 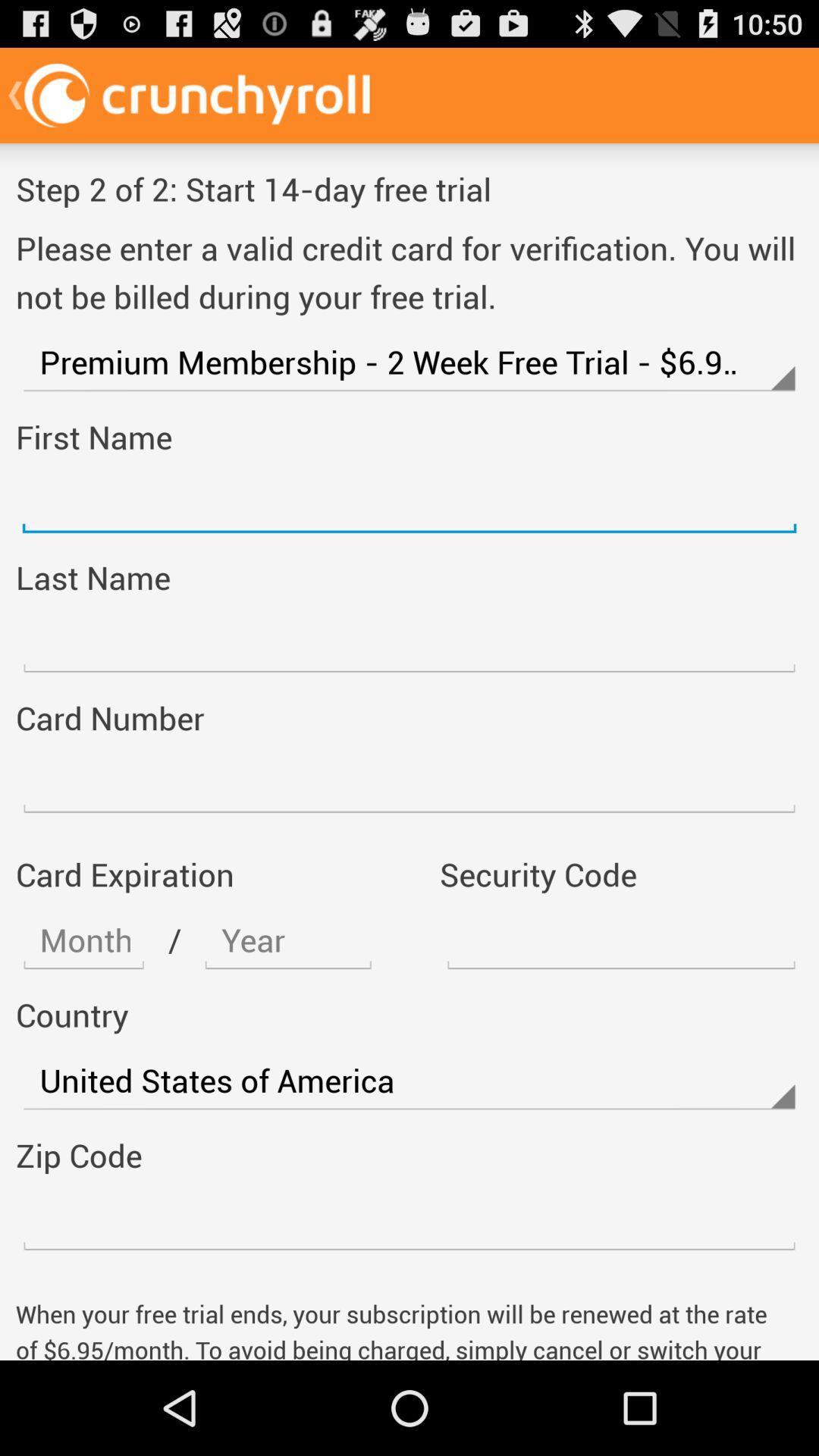 I want to click on text box, so click(x=409, y=1221).